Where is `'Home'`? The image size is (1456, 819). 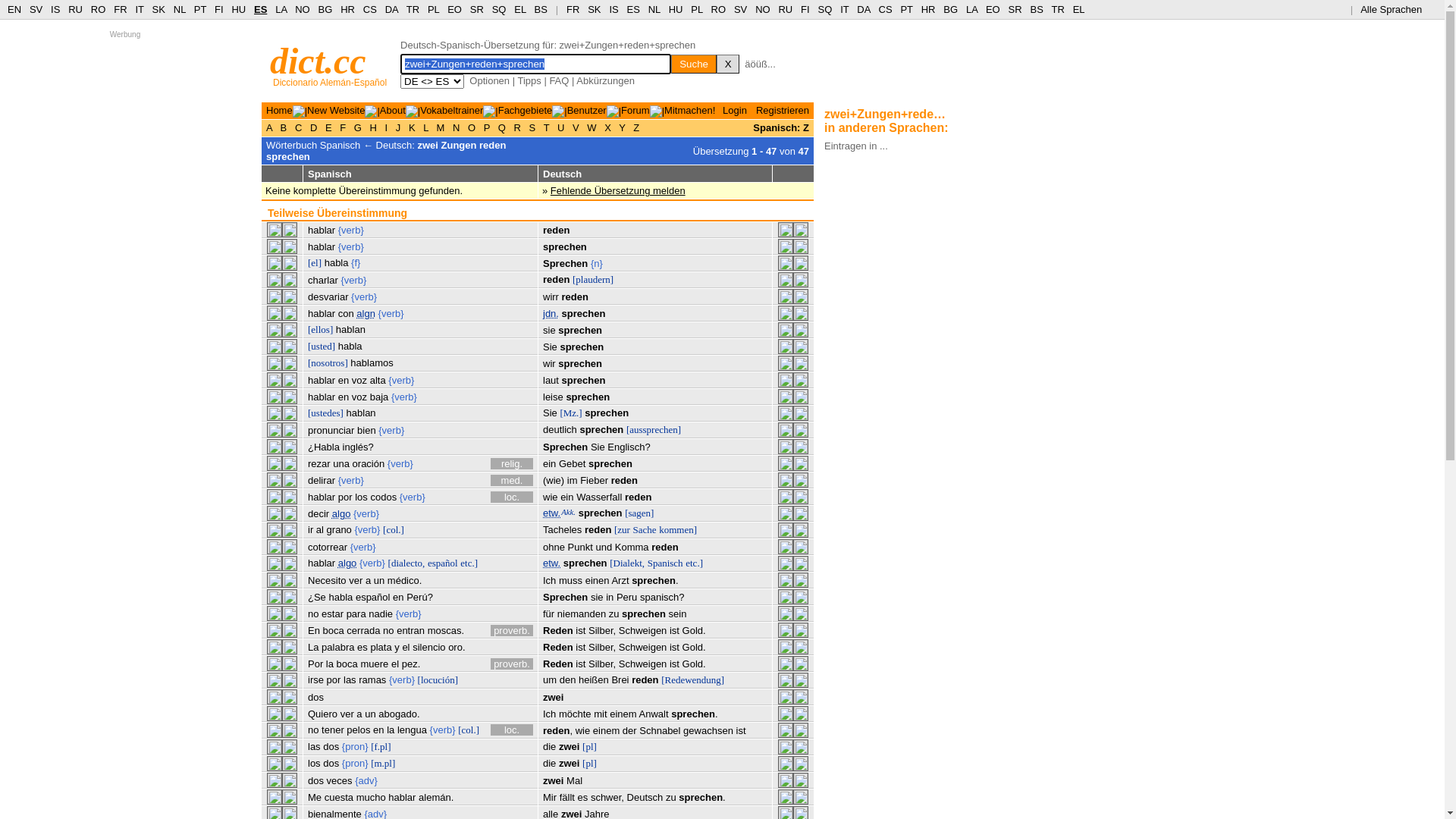
'Home' is located at coordinates (279, 109).